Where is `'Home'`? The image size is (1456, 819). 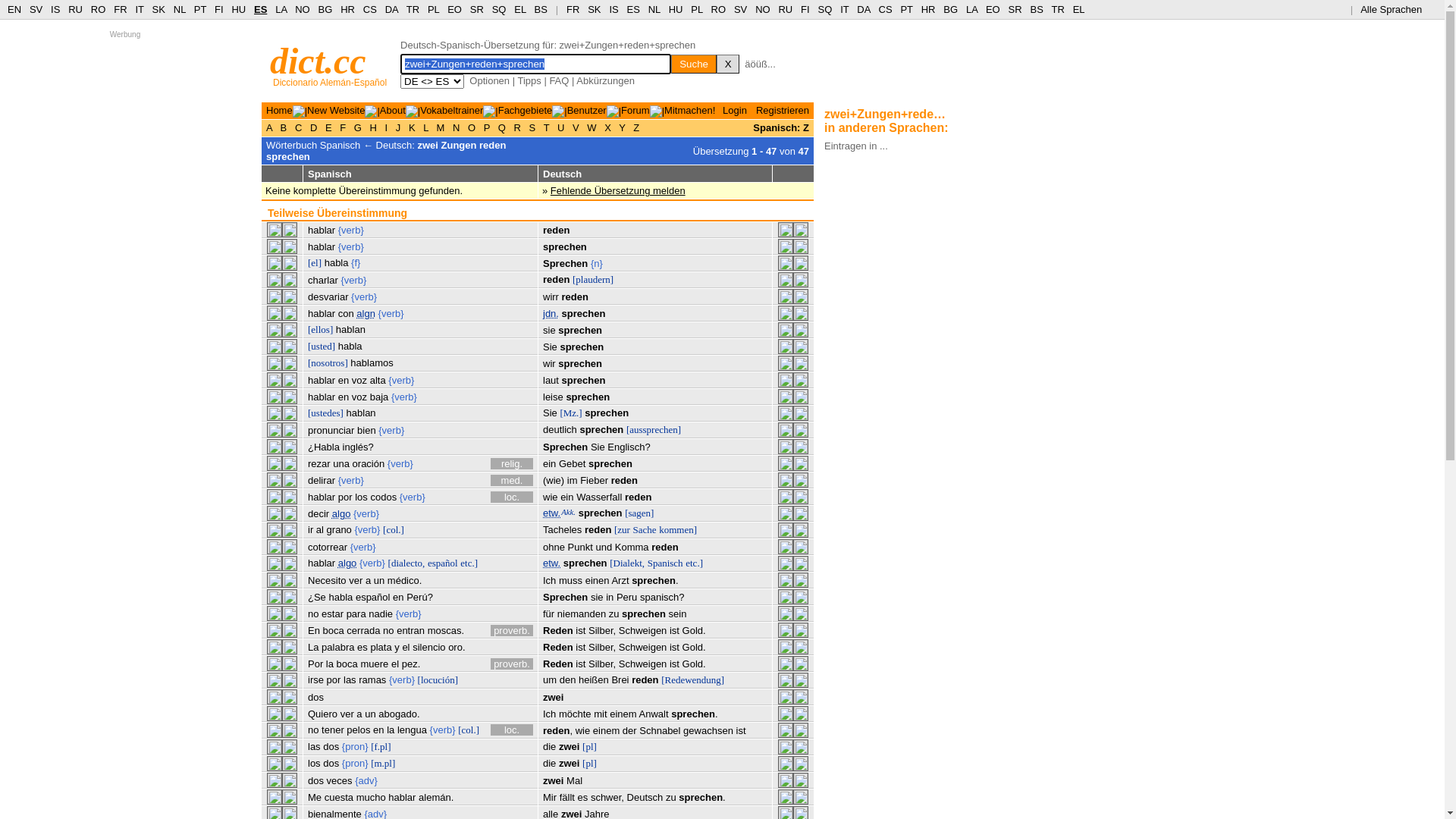
'Home' is located at coordinates (279, 109).